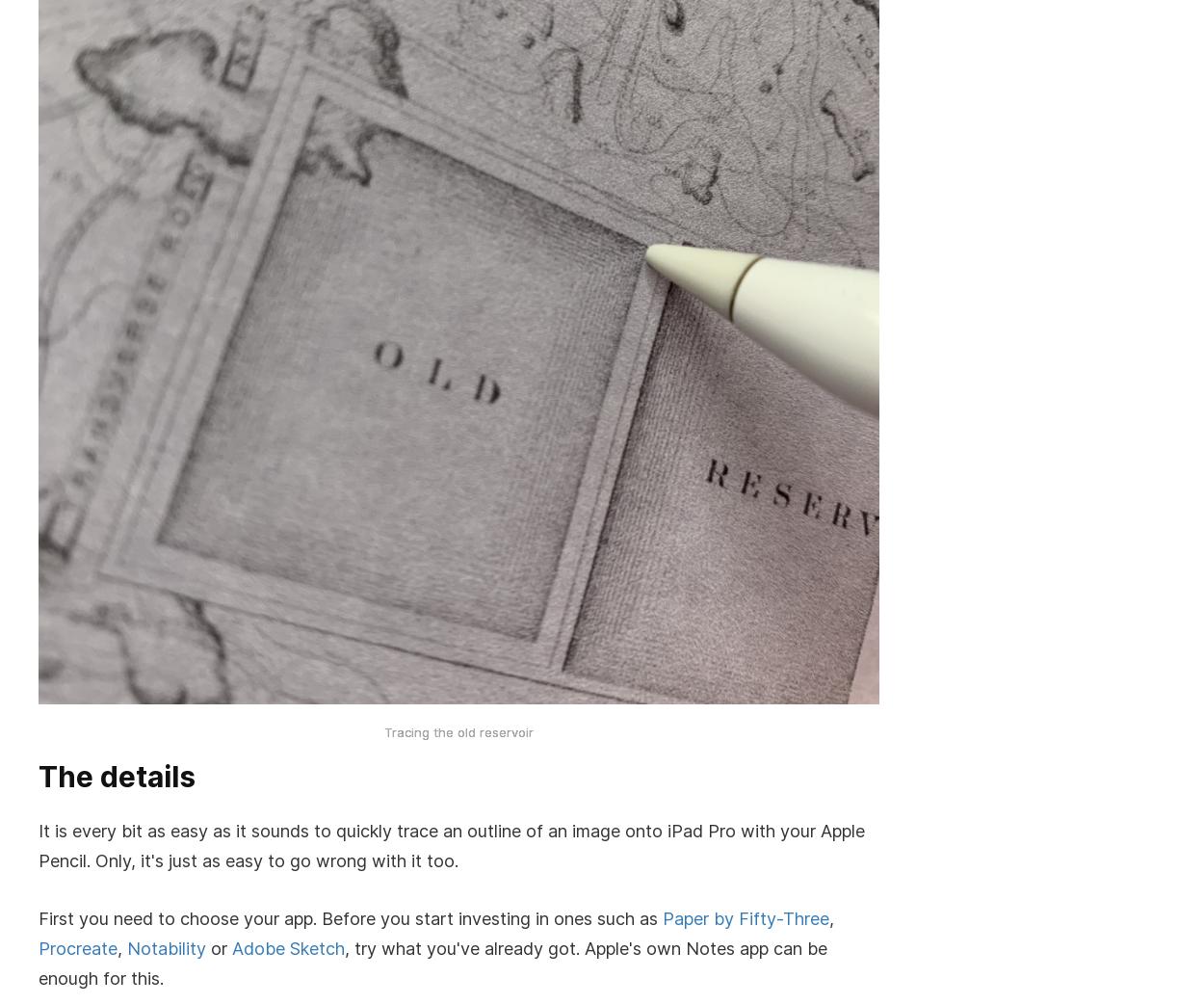 The width and height of the screenshot is (1204, 1005). What do you see at coordinates (383, 729) in the screenshot?
I see `'Tracing the old reservoir'` at bounding box center [383, 729].